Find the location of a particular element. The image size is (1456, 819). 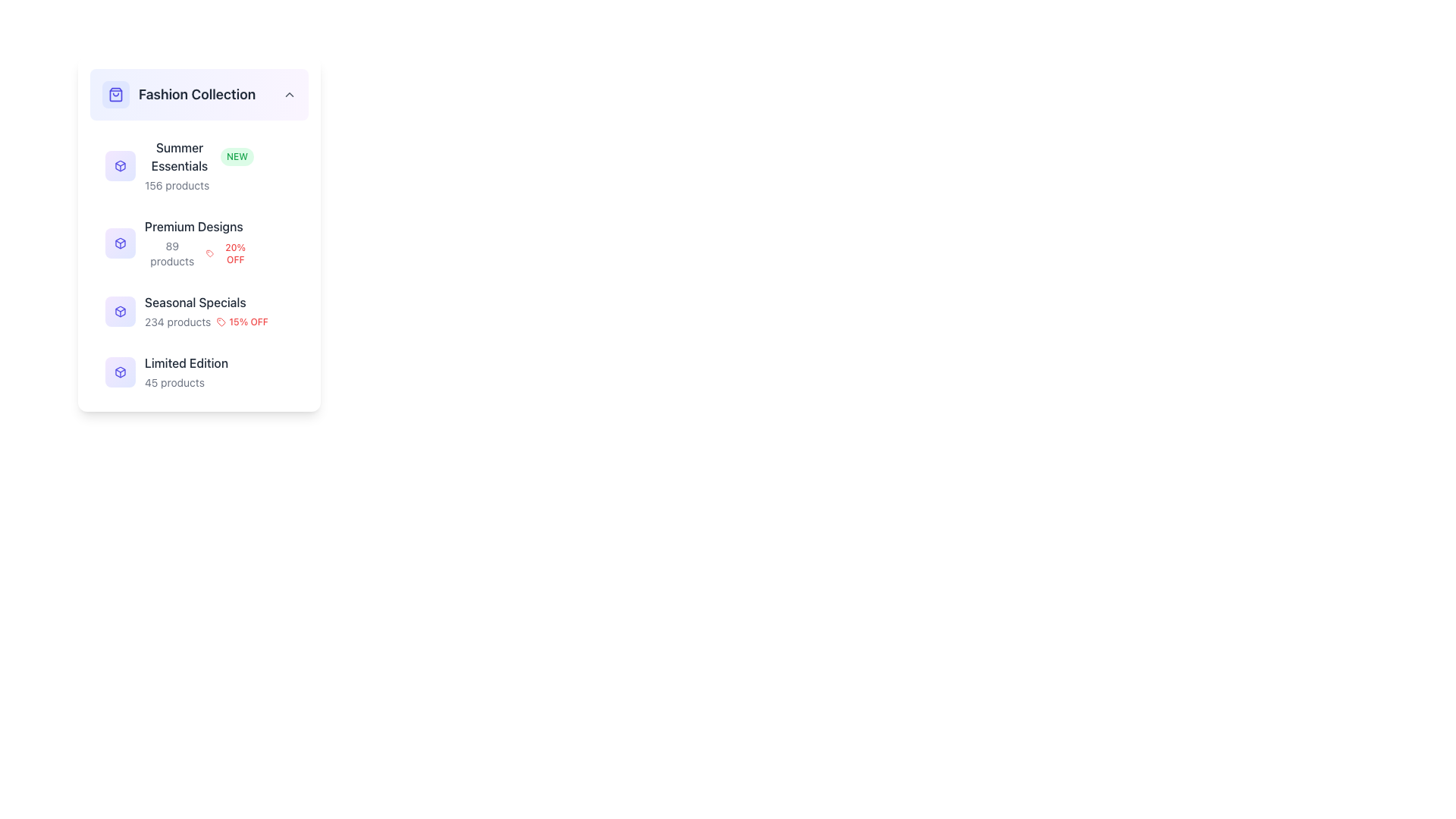

the 'Limited Edition' category label with an icon and text, which is the fourth item in the 'Fashion Collection' list, featuring a cube icon on the left and the text 'Limited Edition' with subtext '45 products' is located at coordinates (202, 372).